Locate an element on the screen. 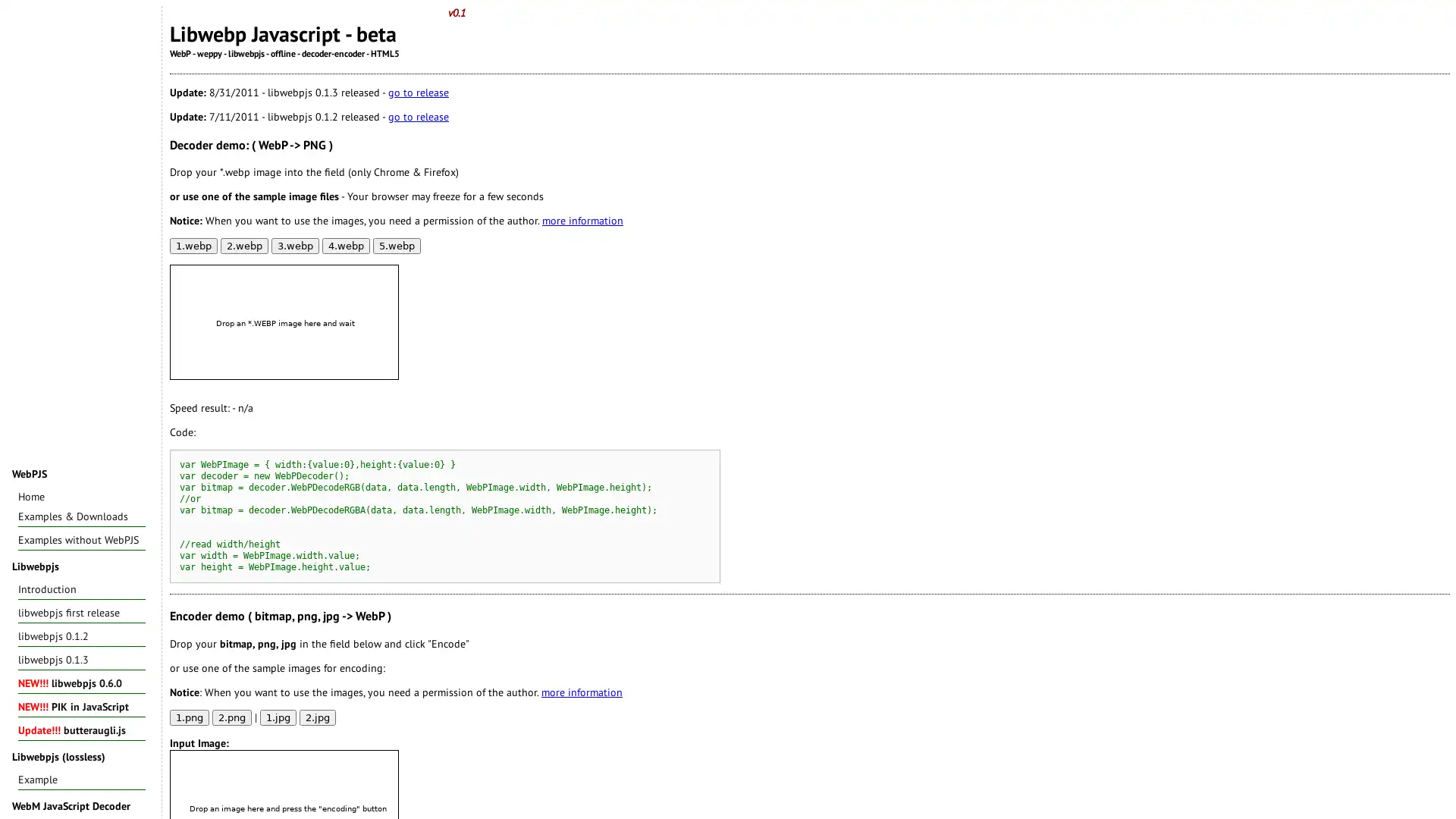  1.jpg is located at coordinates (278, 717).